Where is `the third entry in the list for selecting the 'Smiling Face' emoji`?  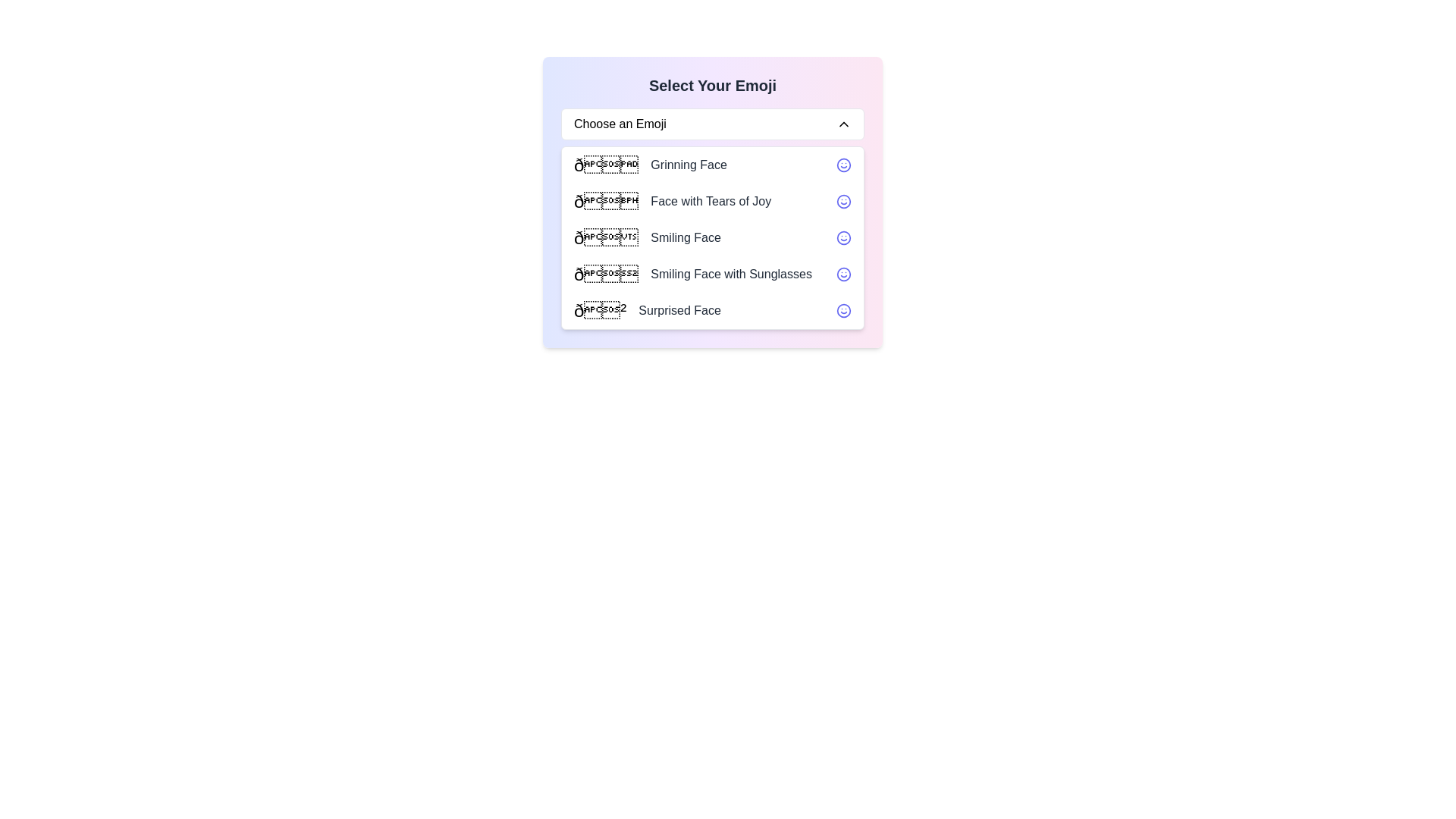
the third entry in the list for selecting the 'Smiling Face' emoji is located at coordinates (712, 237).